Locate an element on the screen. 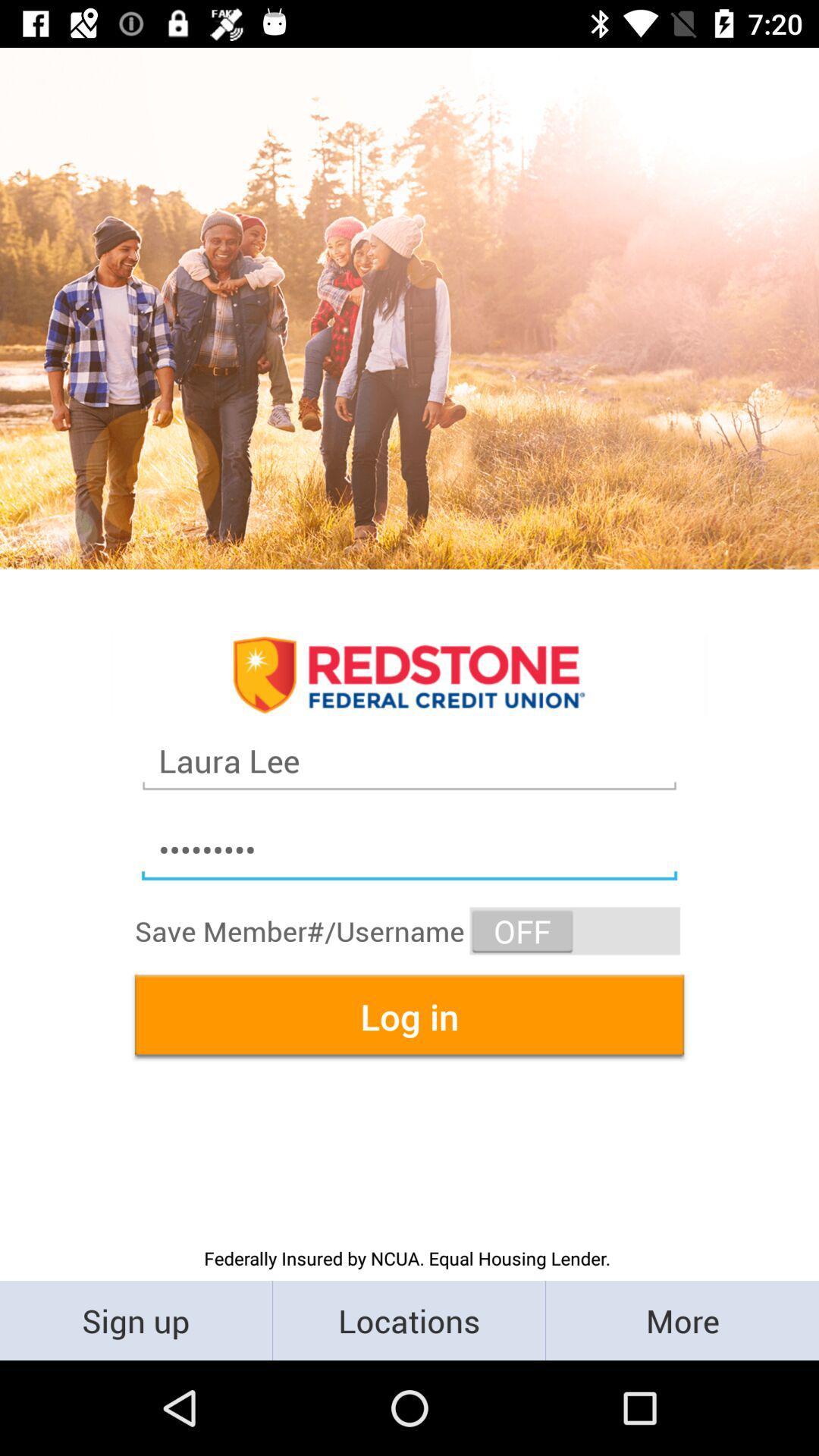 This screenshot has height=1456, width=819. item below laura lee icon is located at coordinates (409, 850).